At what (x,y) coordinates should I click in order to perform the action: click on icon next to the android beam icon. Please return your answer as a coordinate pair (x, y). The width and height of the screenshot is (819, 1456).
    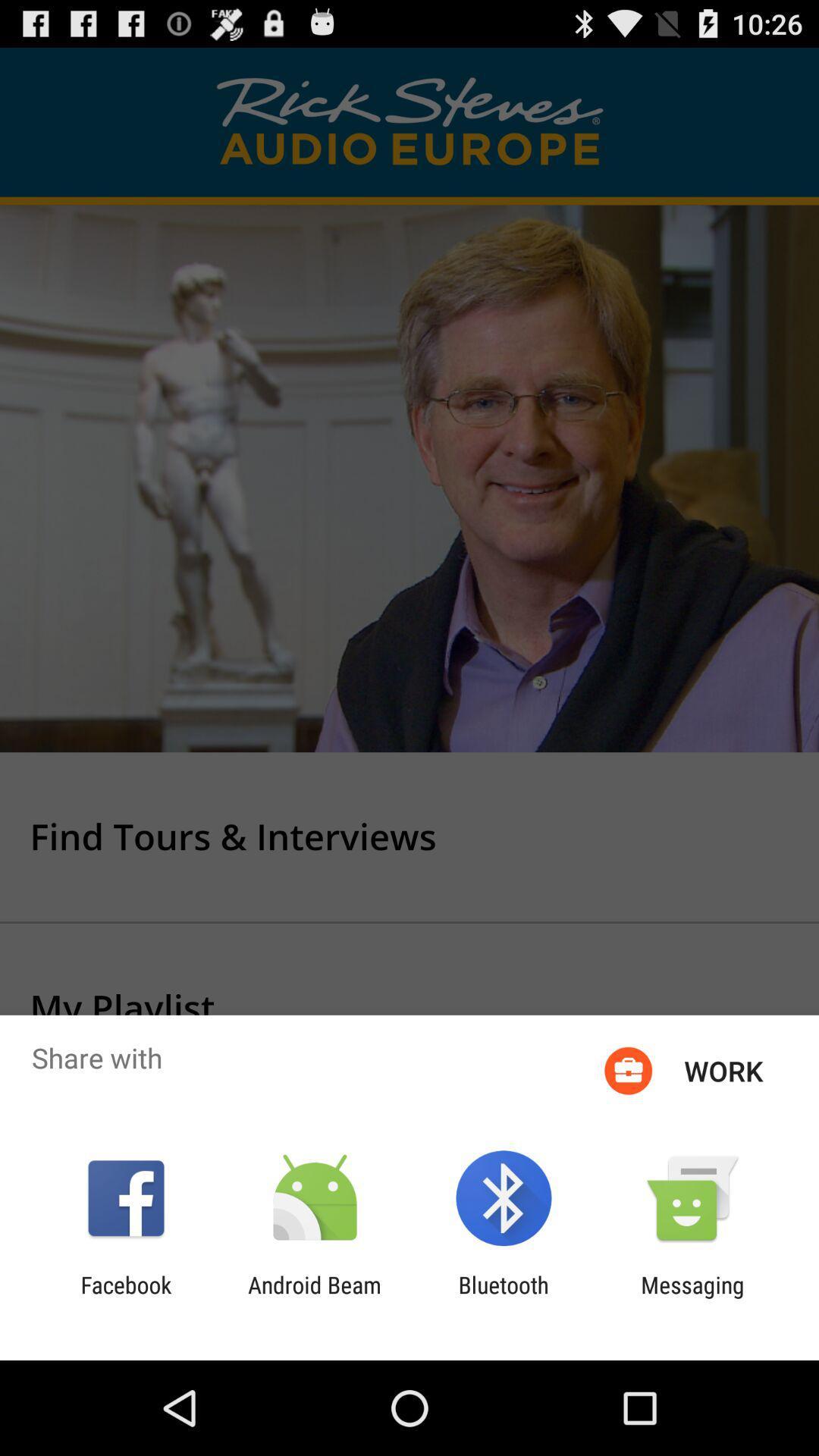
    Looking at the image, I should click on (504, 1298).